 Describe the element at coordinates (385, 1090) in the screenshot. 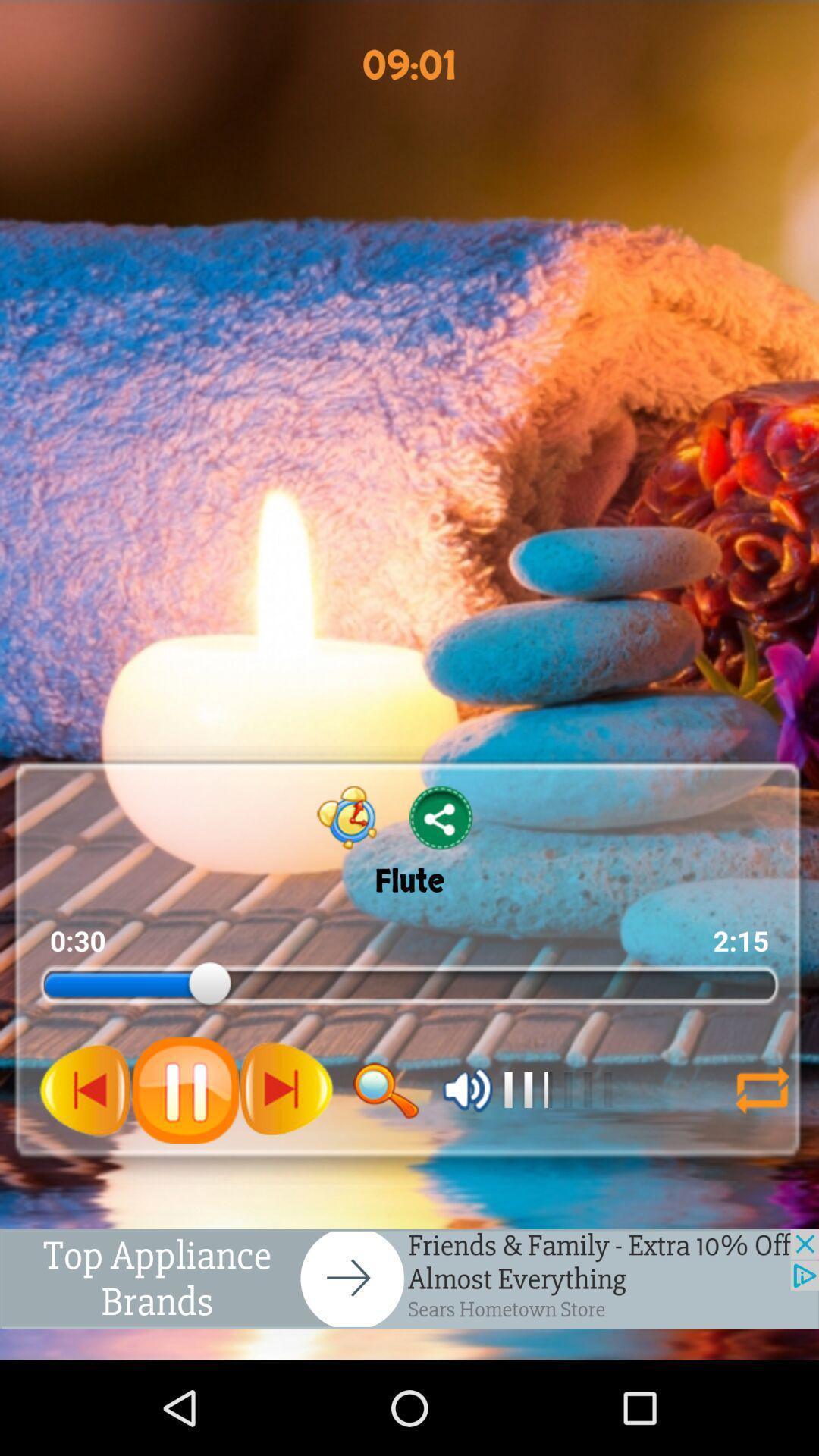

I see `search` at that location.